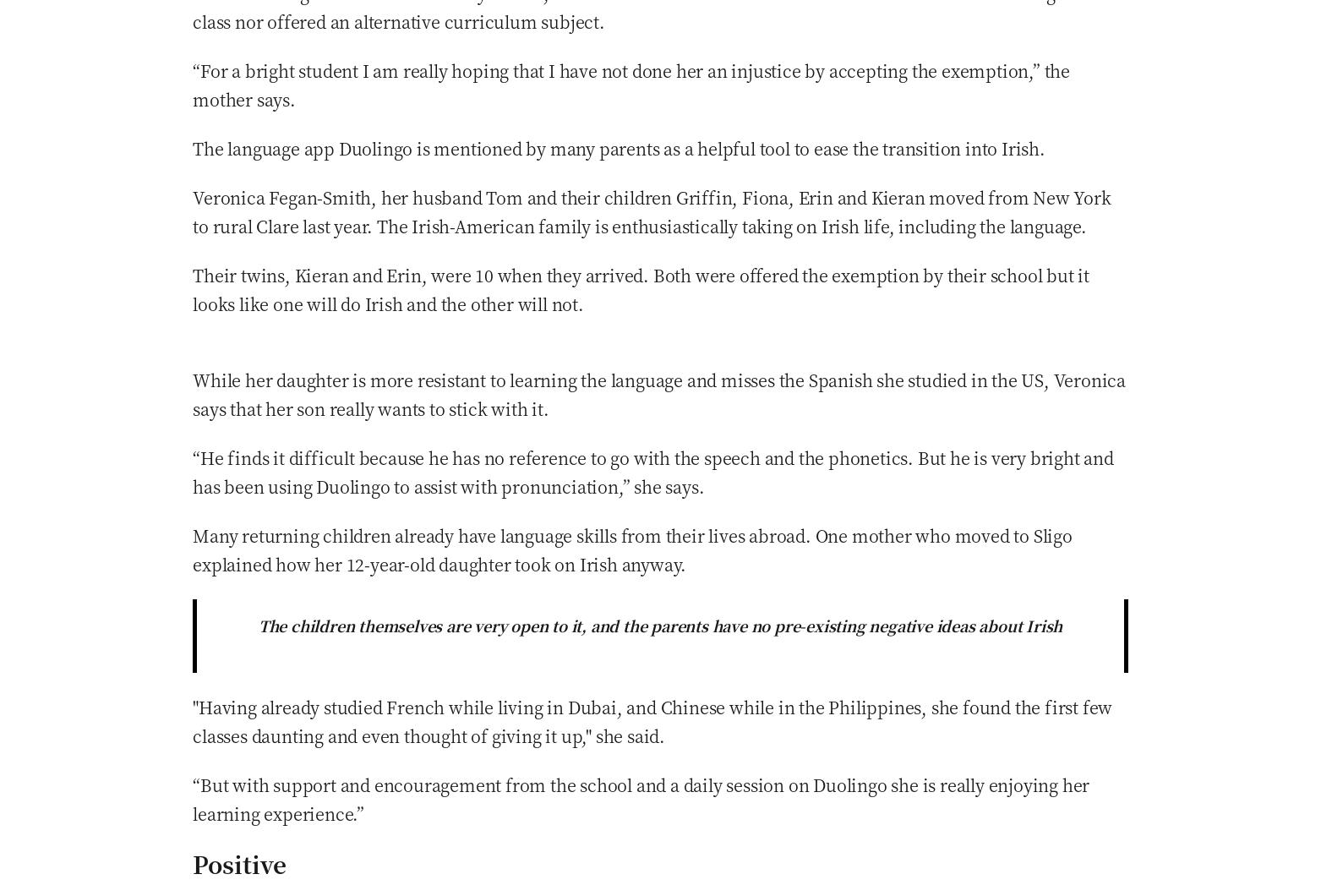 The width and height of the screenshot is (1321, 896). What do you see at coordinates (652, 210) in the screenshot?
I see `'Veronica Fegan-Smith, her husband Tom and their children Griffin, Fiona, Erin and Kieran moved from New York to rural Clare last year. The Irish-American family is enthusiastically taking on Irish life, including the language.'` at bounding box center [652, 210].